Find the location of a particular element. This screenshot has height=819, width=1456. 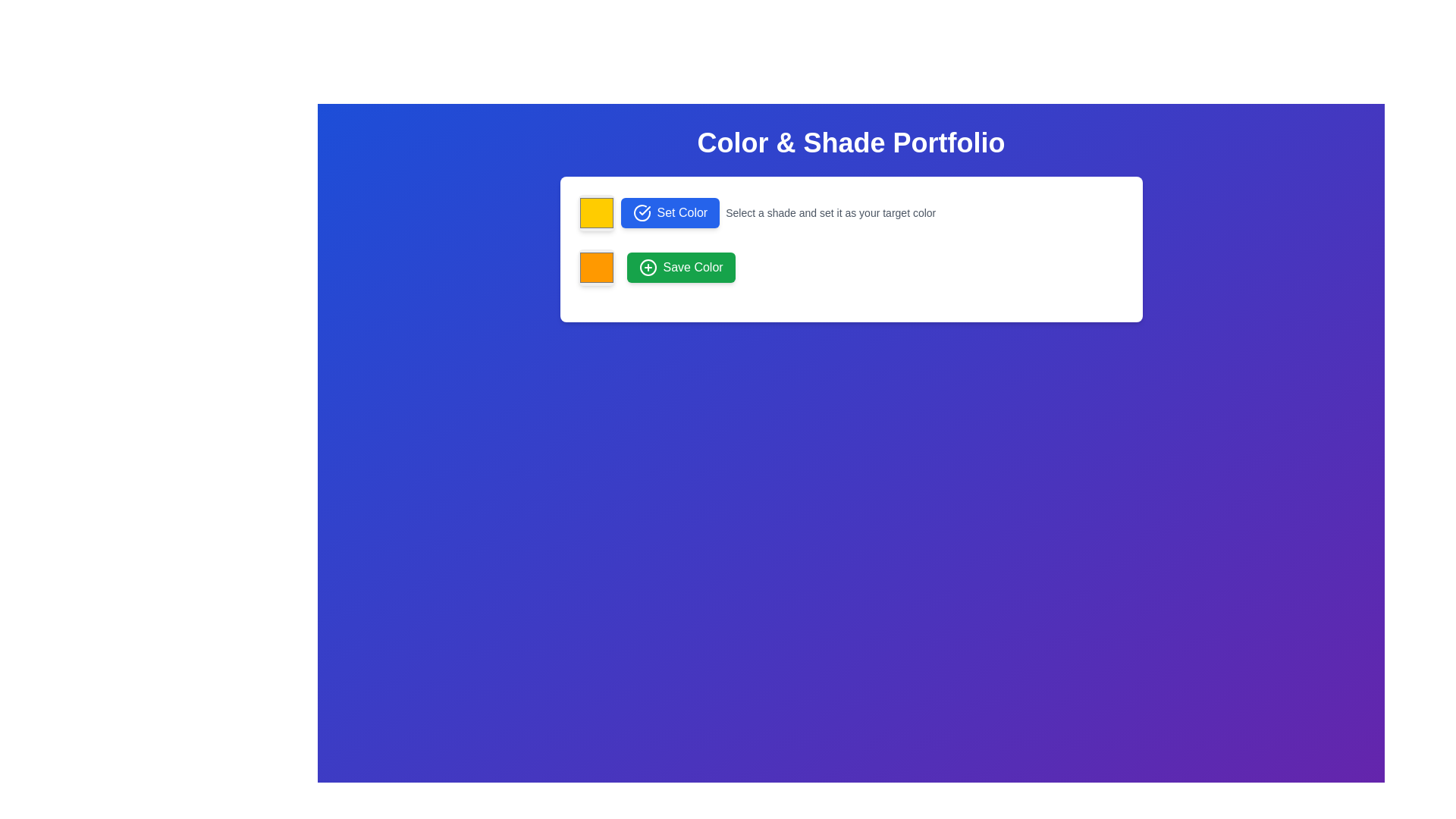

the static text label that reads 'Select a shade and set it as your target color', which is positioned to the right of the 'Set Color' button and a yellow color preview square is located at coordinates (830, 213).